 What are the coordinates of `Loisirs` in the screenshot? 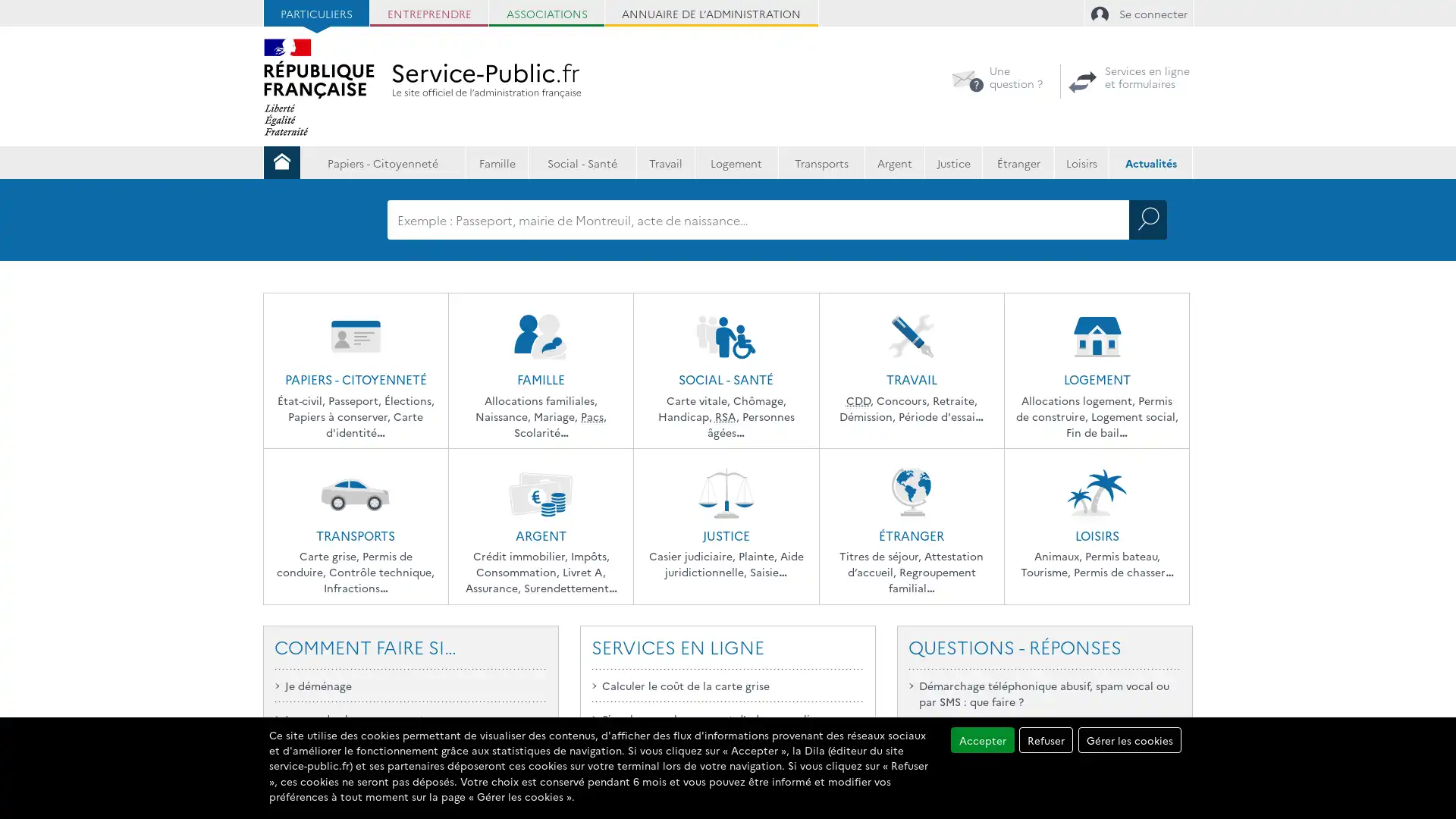 It's located at (1081, 162).